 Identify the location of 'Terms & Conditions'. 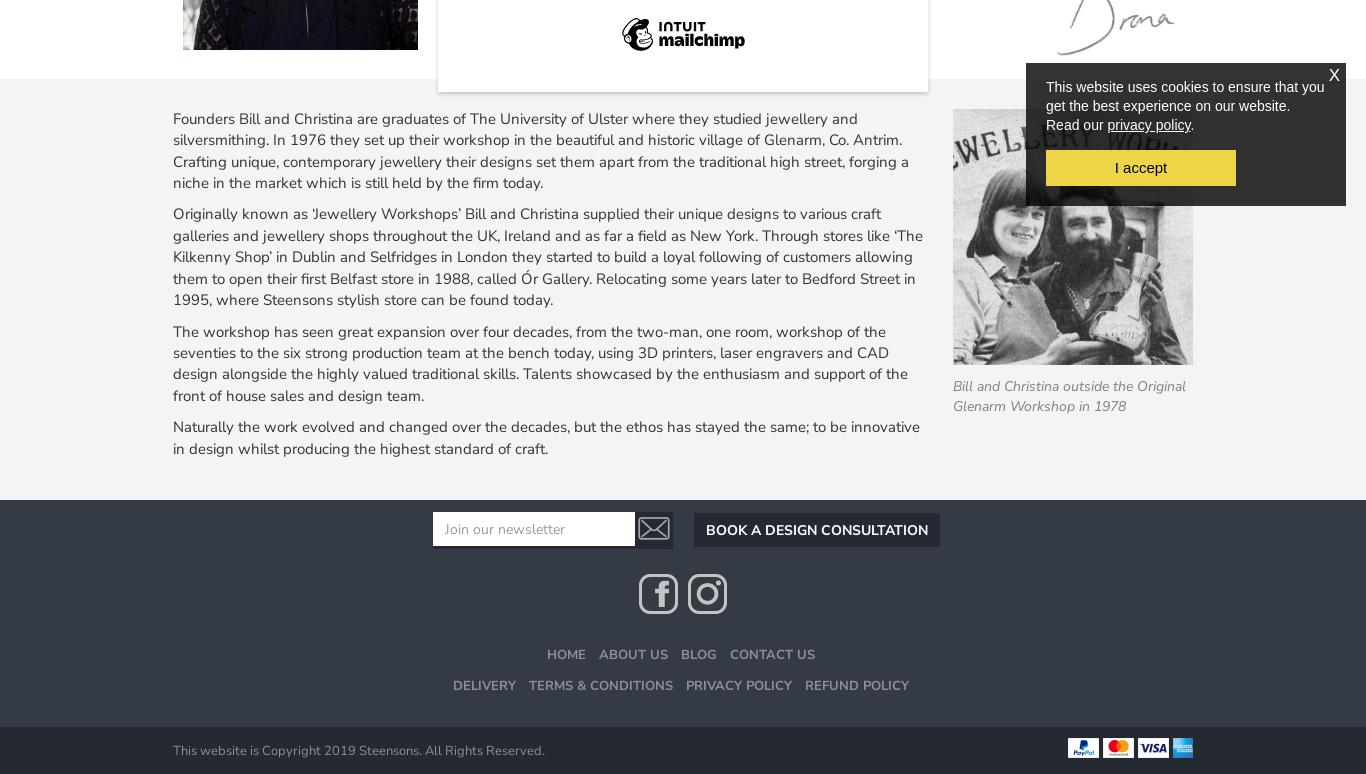
(598, 684).